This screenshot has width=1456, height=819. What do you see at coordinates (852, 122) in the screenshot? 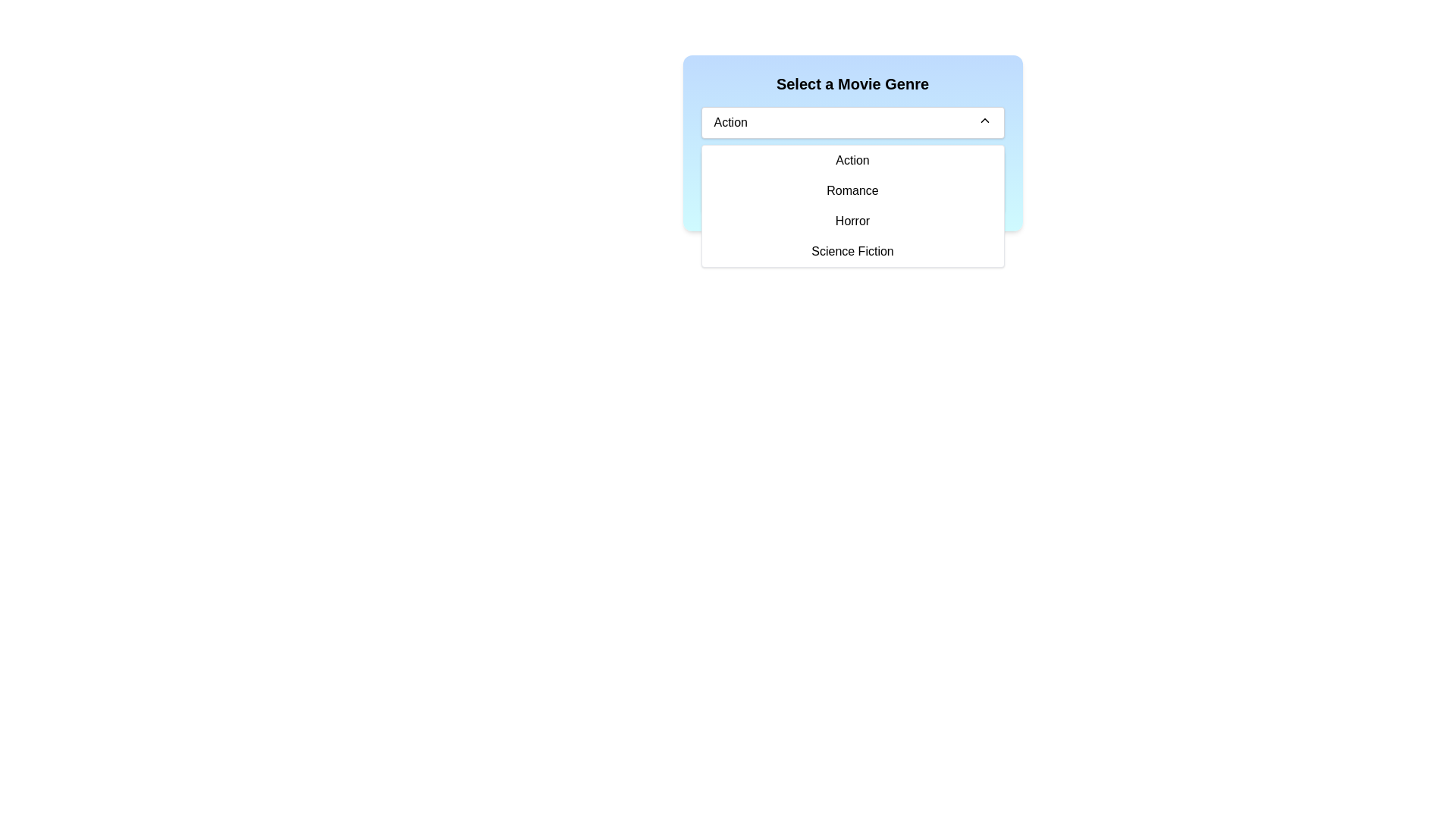
I see `the dropdown menu displaying 'Action' to trigger focus effects` at bounding box center [852, 122].